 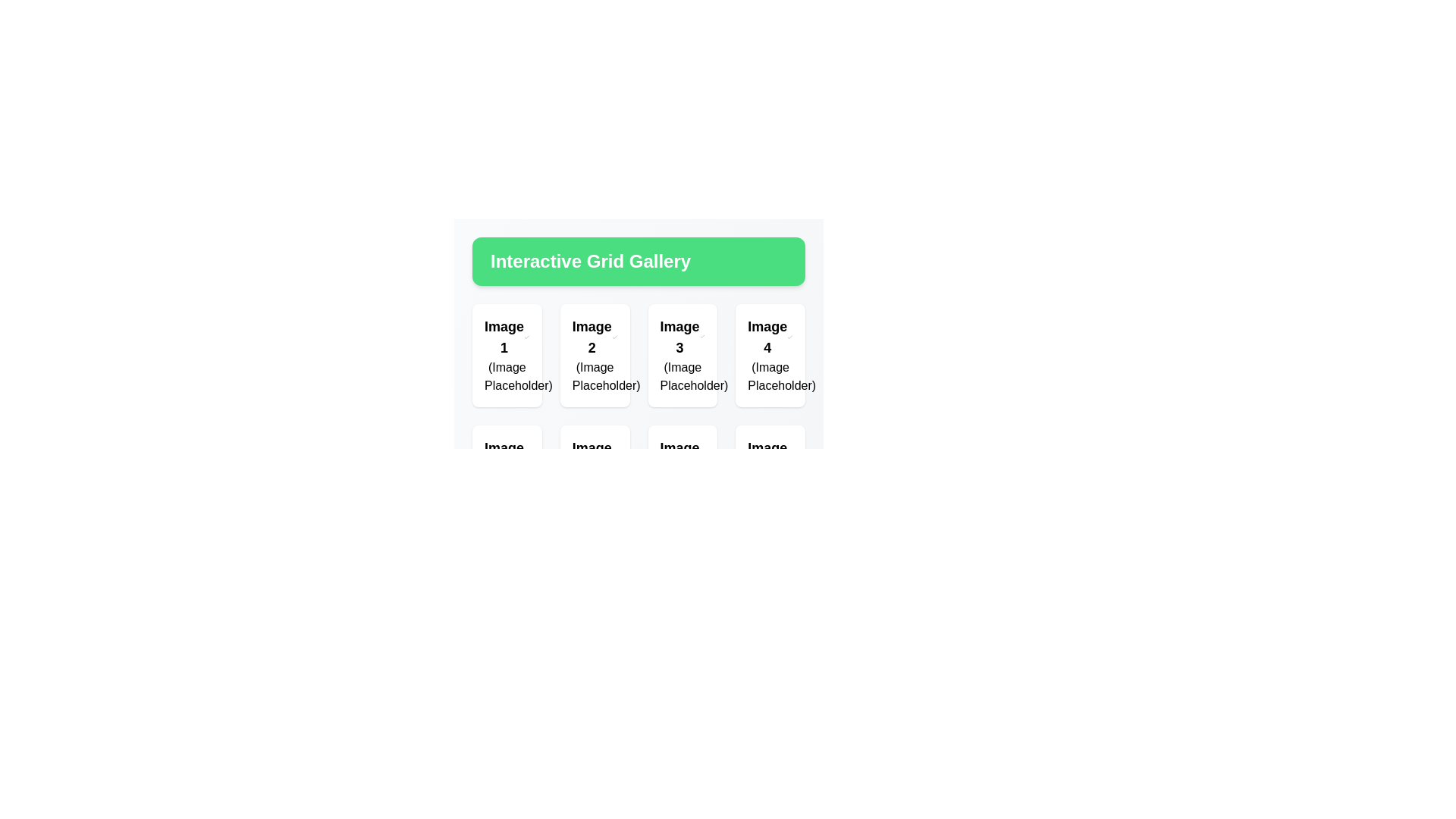 I want to click on the text label with the green background and white text reading 'Interactive Grid Gallery', which is located at the top of the layout above the grid of image placeholders, so click(x=639, y=260).